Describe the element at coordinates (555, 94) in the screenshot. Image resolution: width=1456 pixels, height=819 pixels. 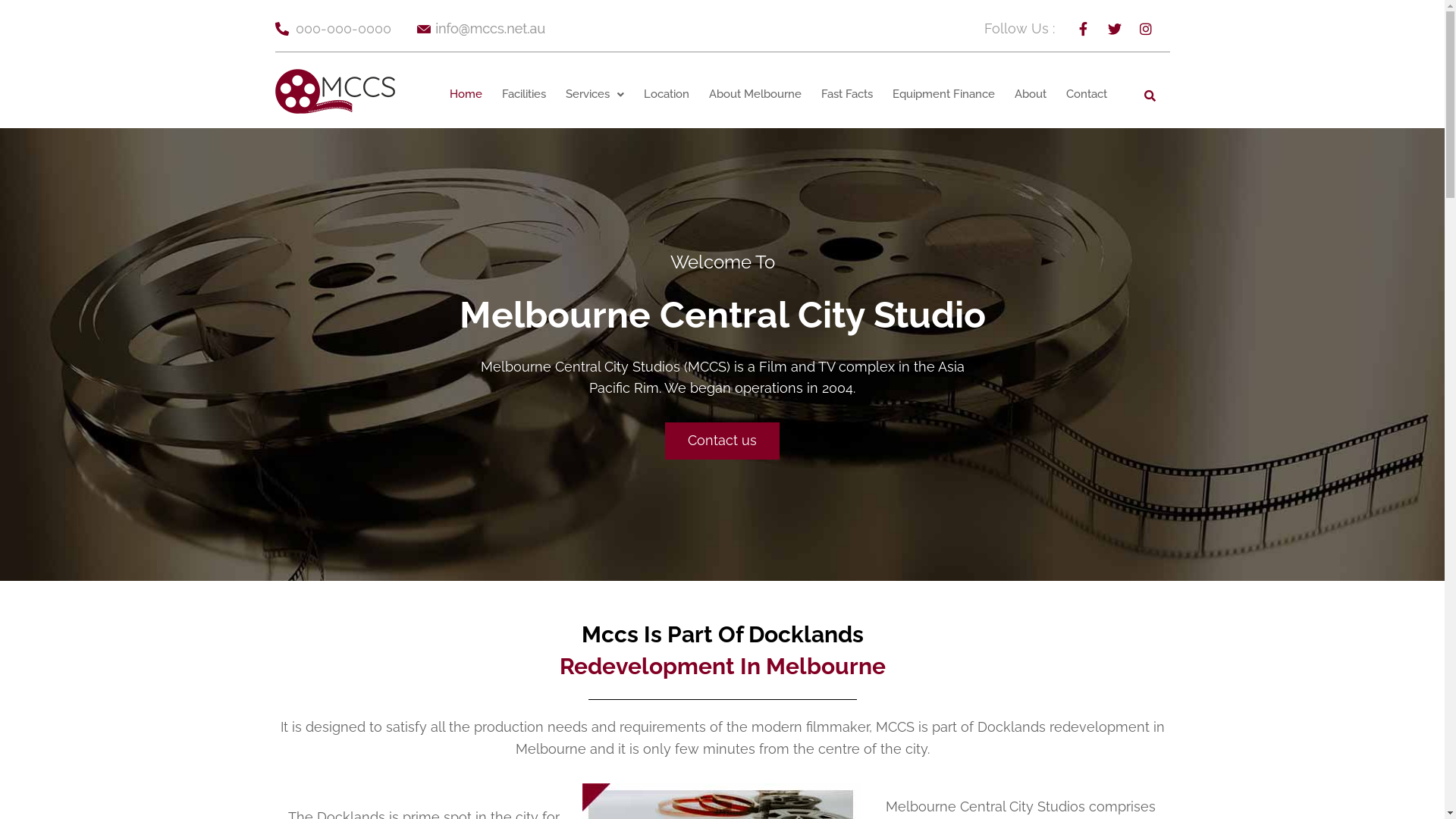
I see `'Services'` at that location.